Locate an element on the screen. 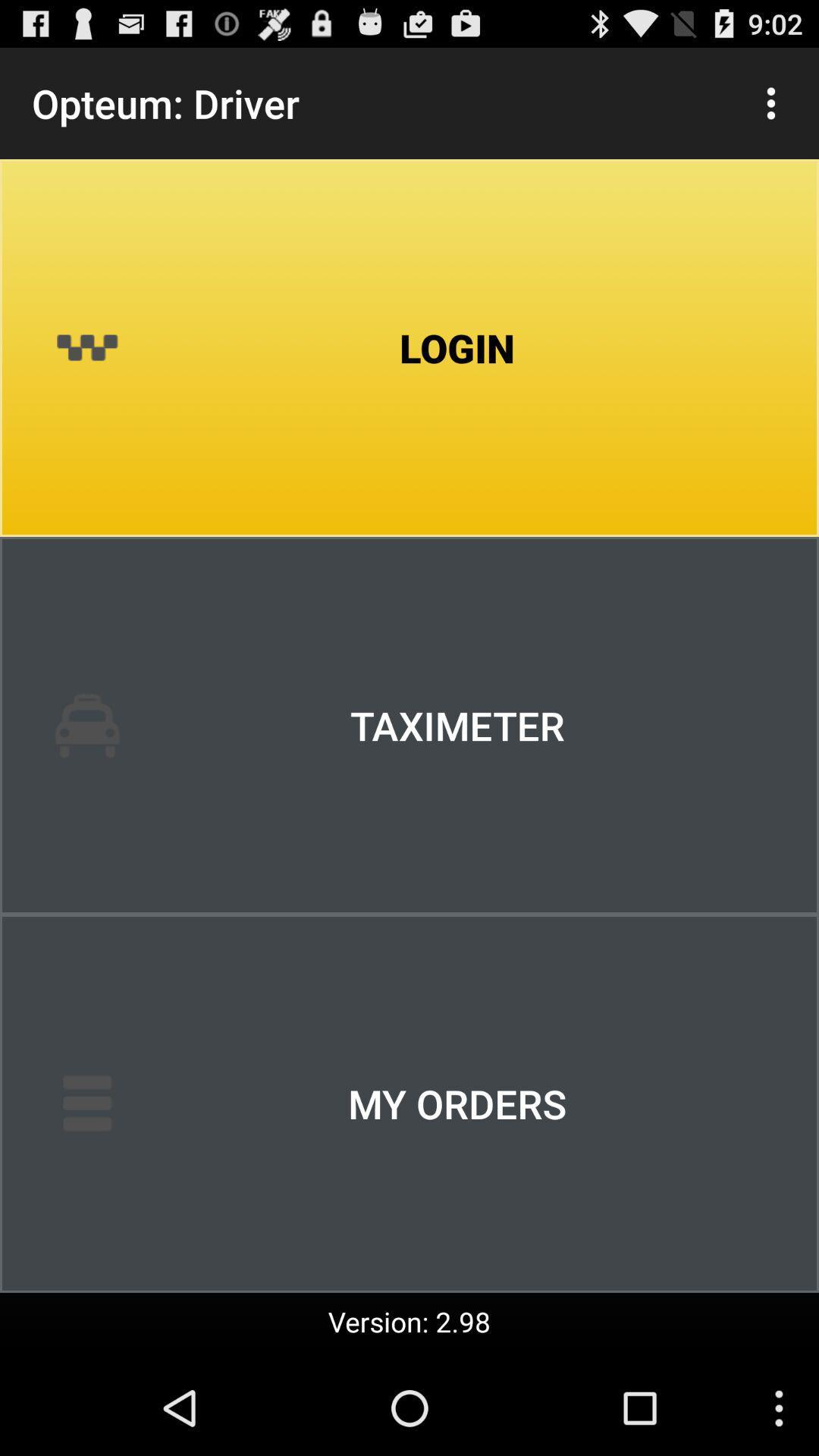  login icon is located at coordinates (409, 347).